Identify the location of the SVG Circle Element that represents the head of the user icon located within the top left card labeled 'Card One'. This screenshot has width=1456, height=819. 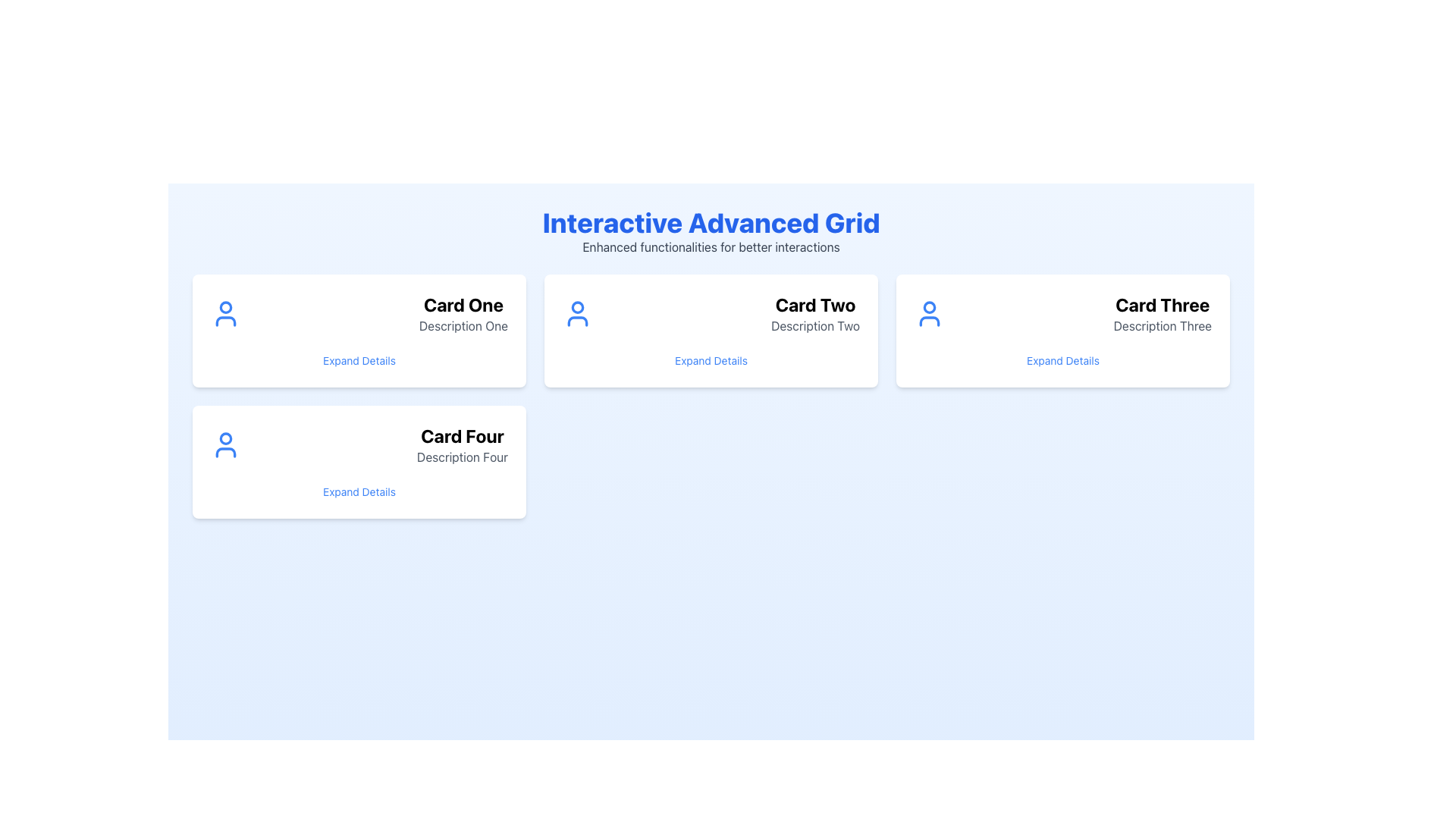
(224, 307).